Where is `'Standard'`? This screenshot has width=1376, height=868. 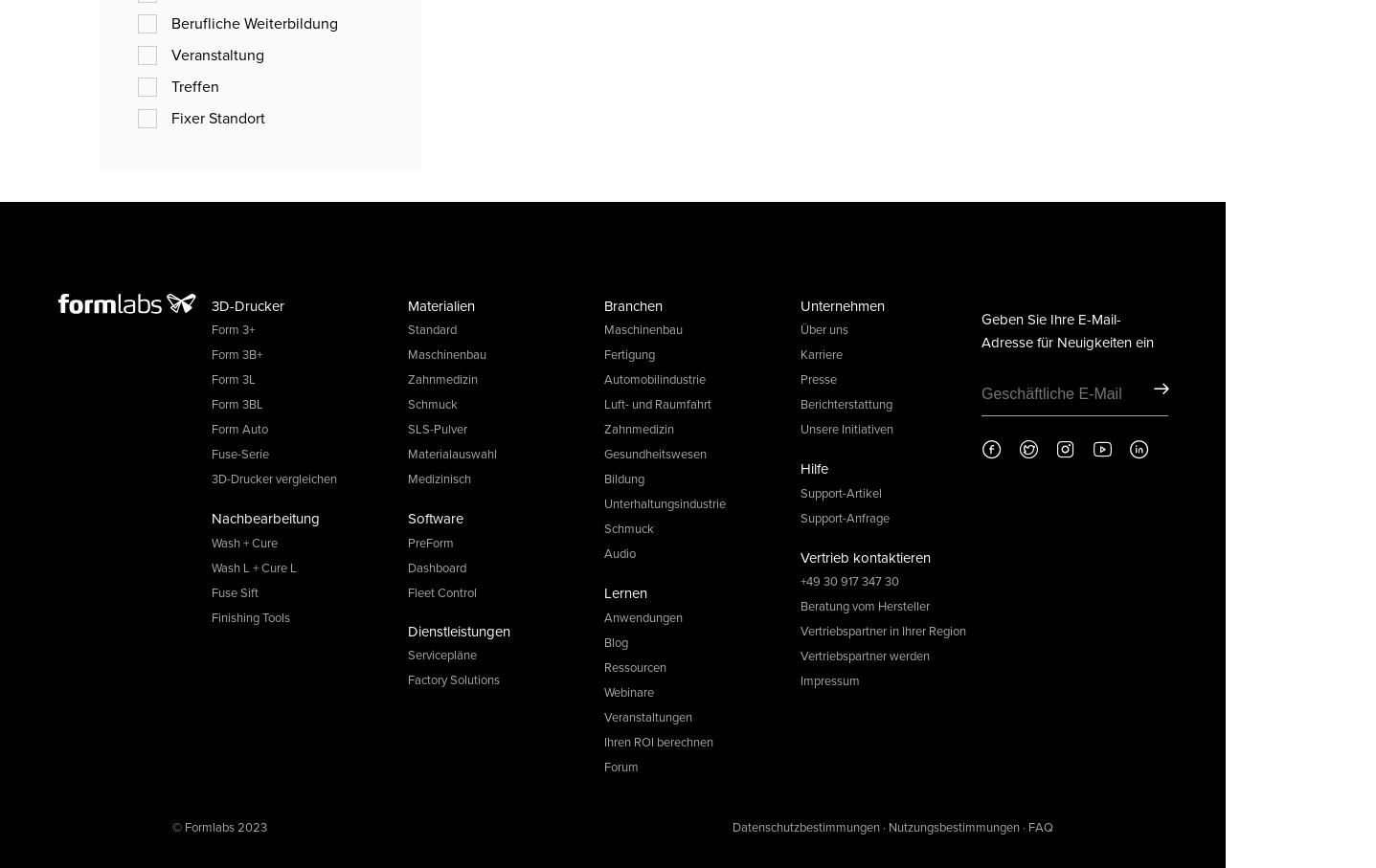
'Standard' is located at coordinates (408, 328).